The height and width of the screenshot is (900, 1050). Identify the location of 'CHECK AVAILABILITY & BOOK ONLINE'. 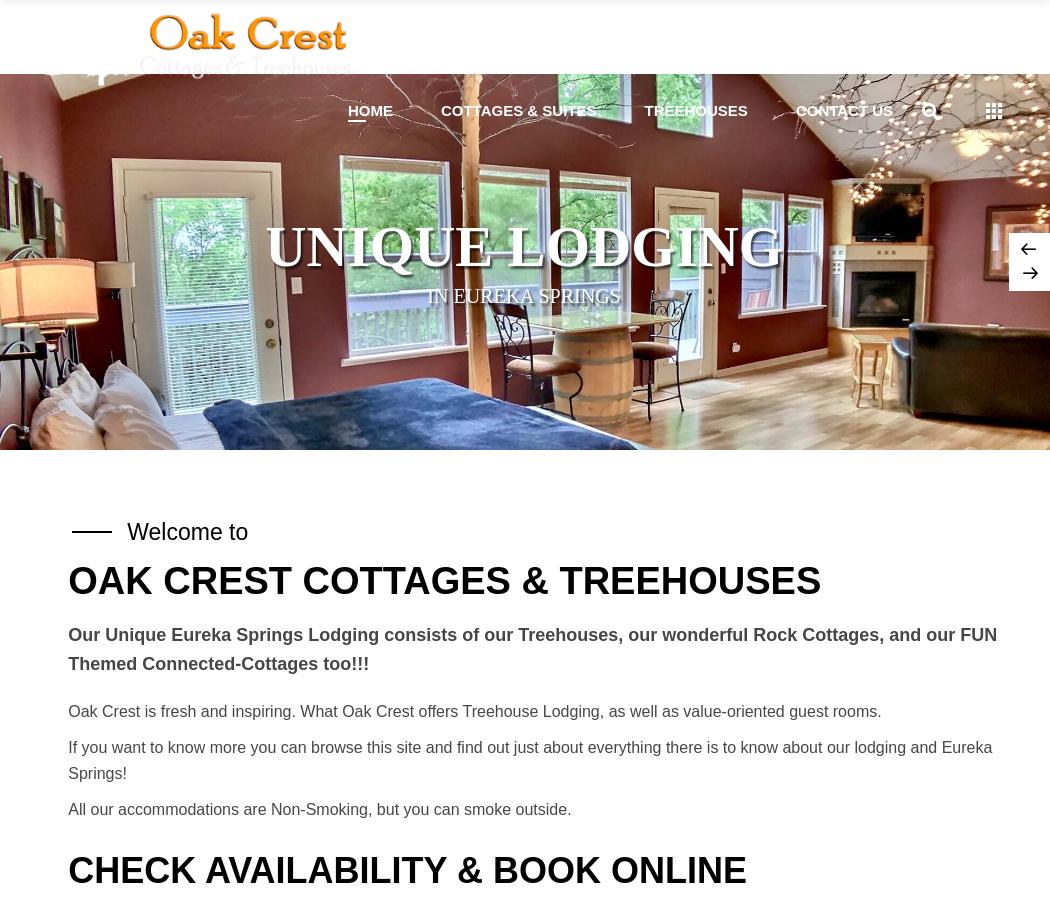
(406, 870).